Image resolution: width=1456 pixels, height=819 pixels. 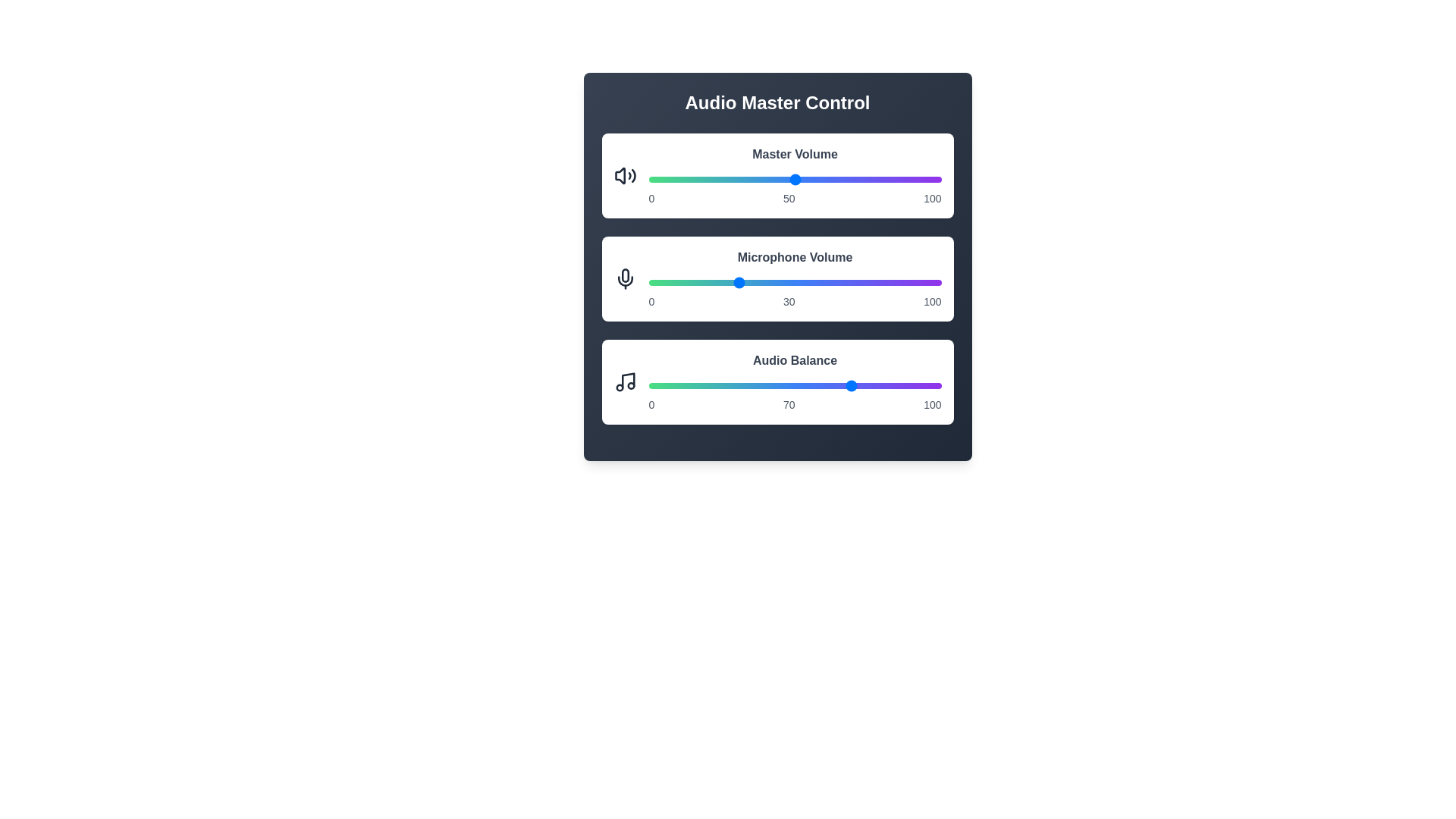 I want to click on the Master Volume slider to 22%, so click(x=712, y=178).